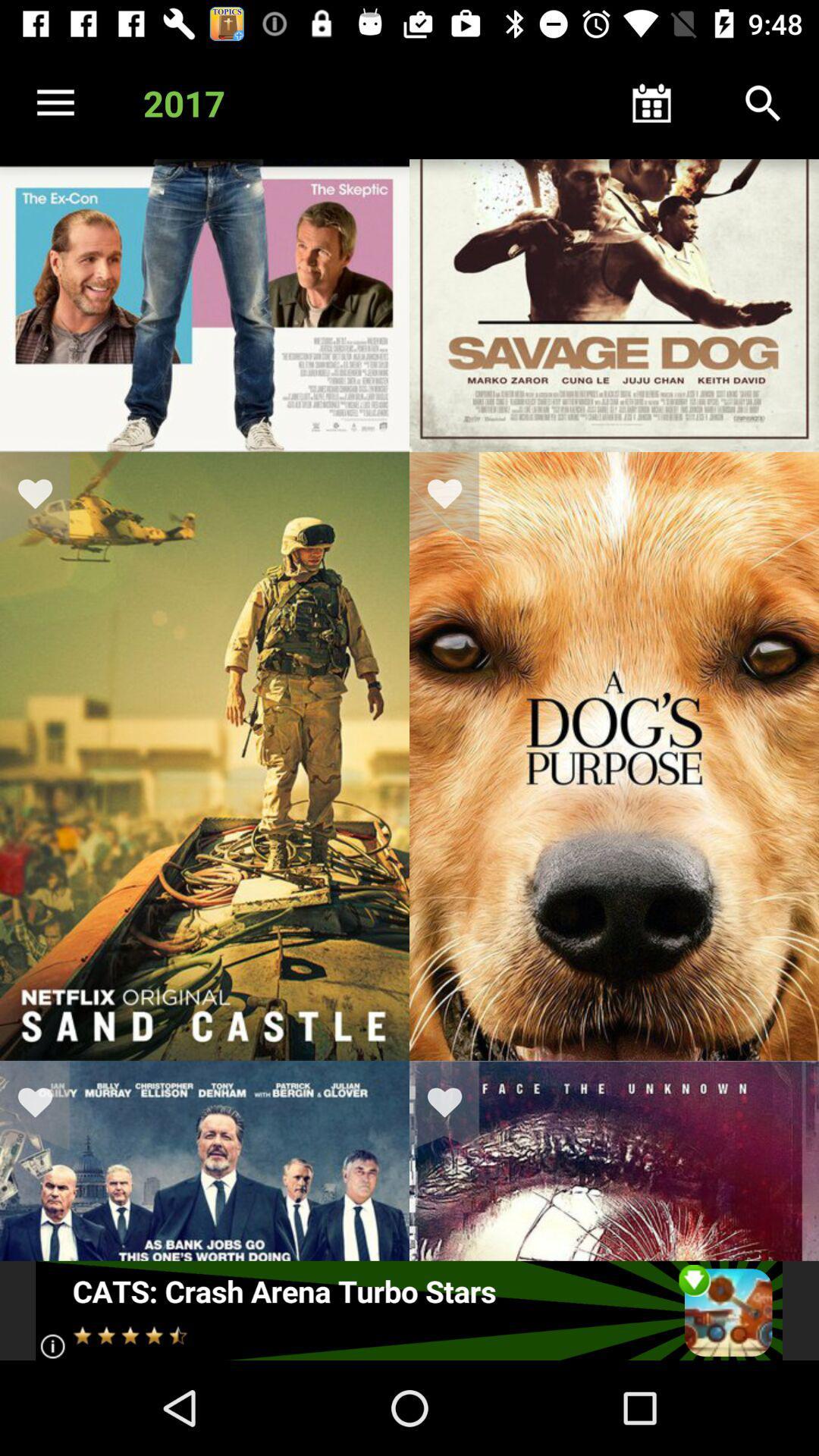 This screenshot has width=819, height=1456. What do you see at coordinates (44, 497) in the screenshot?
I see `this option` at bounding box center [44, 497].